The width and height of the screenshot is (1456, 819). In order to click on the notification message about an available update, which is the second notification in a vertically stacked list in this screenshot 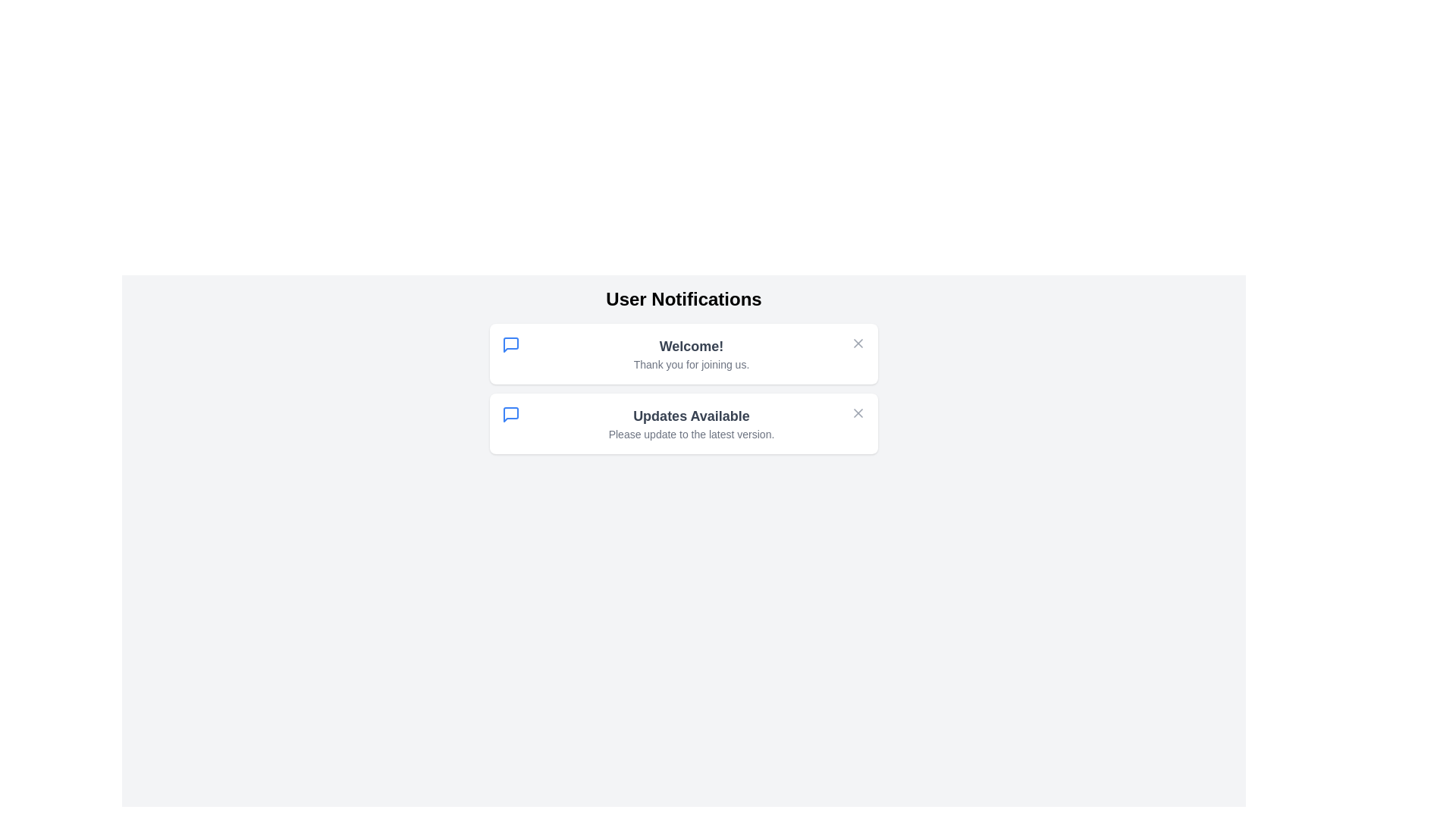, I will do `click(691, 424)`.